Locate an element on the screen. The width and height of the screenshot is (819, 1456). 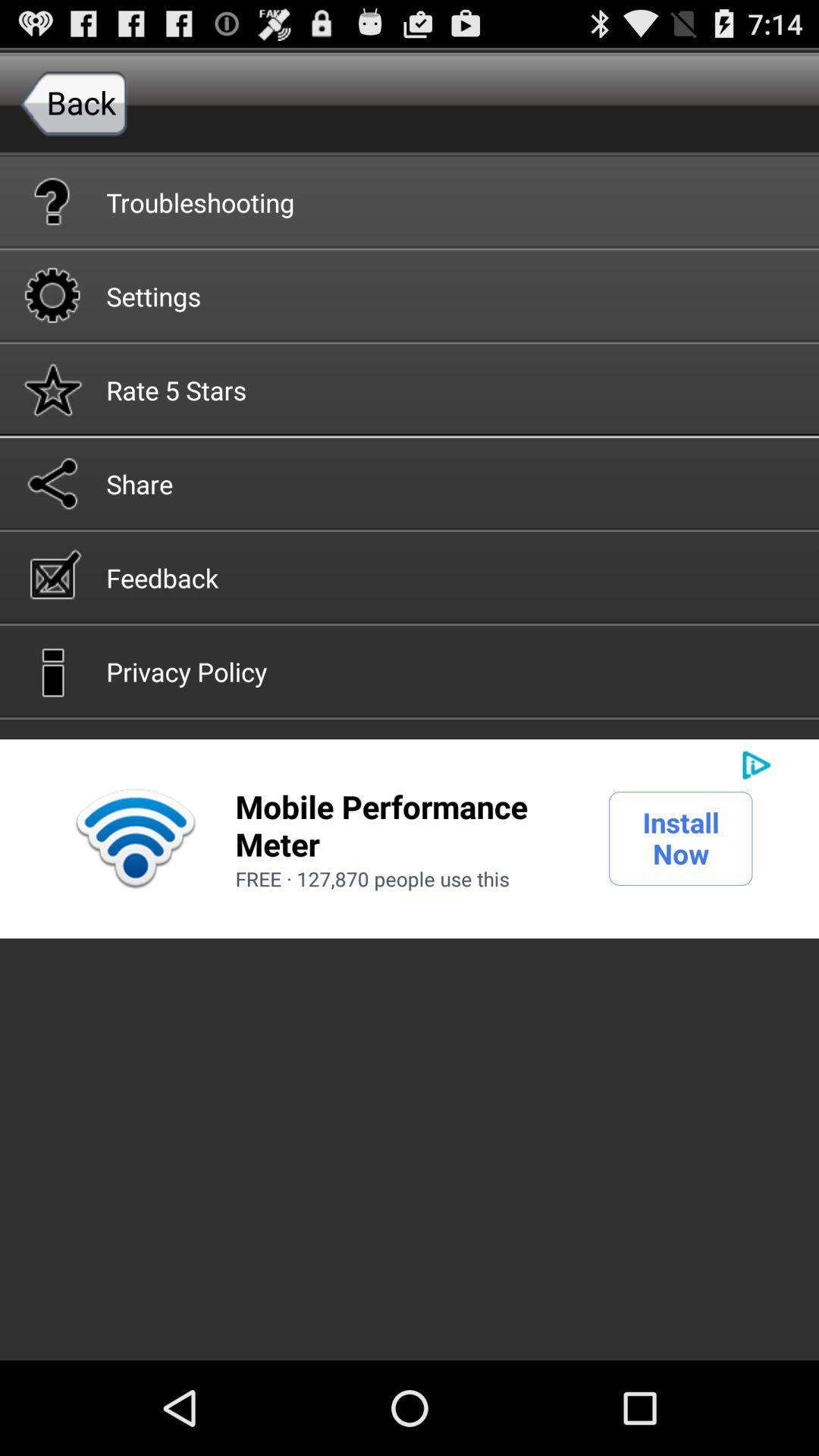
icon to the right of mobile performance meter is located at coordinates (679, 837).